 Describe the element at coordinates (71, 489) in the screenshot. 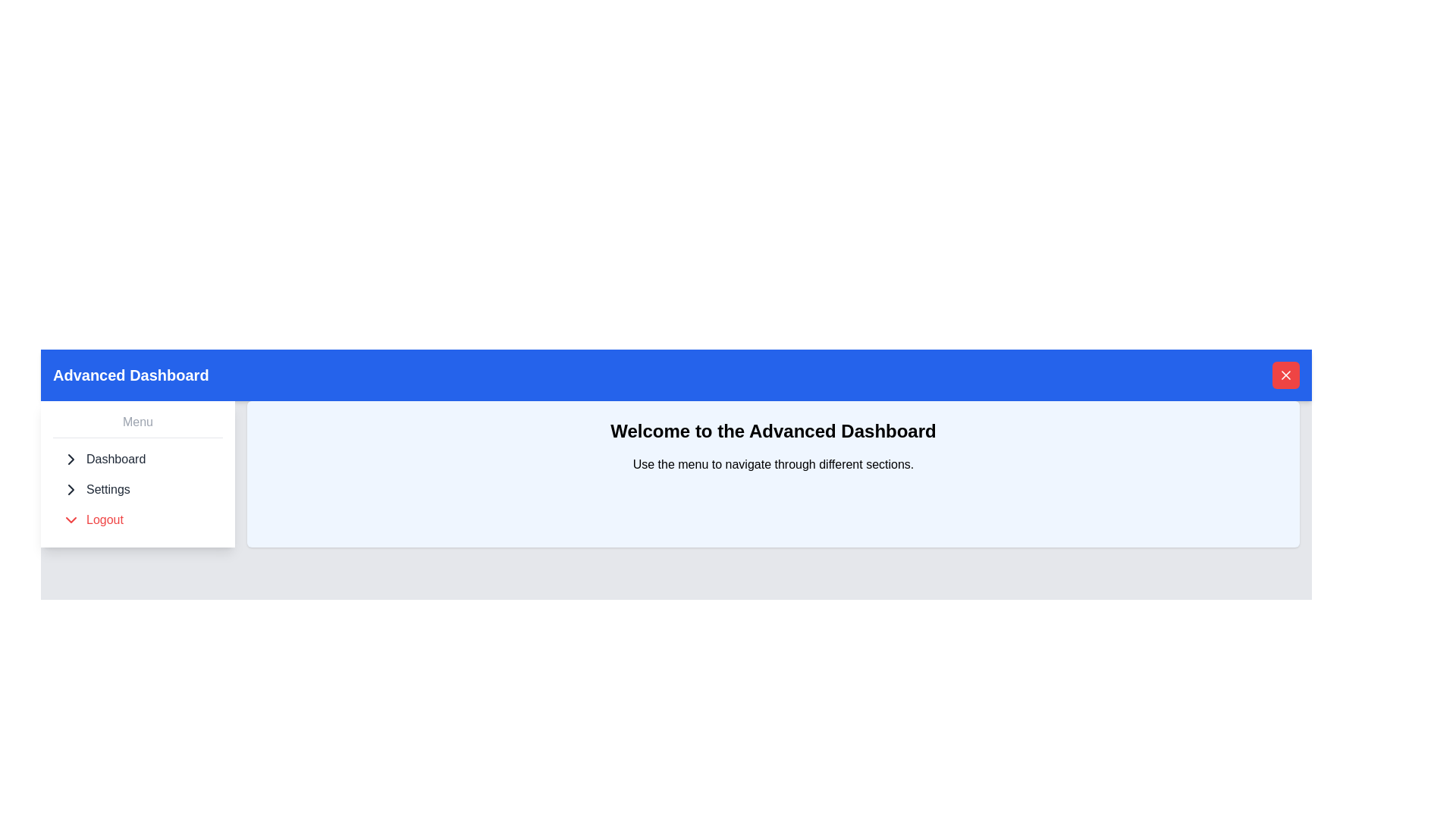

I see `the Chevron icon located in the side navigation panel under the 'Settings' menu item` at that location.